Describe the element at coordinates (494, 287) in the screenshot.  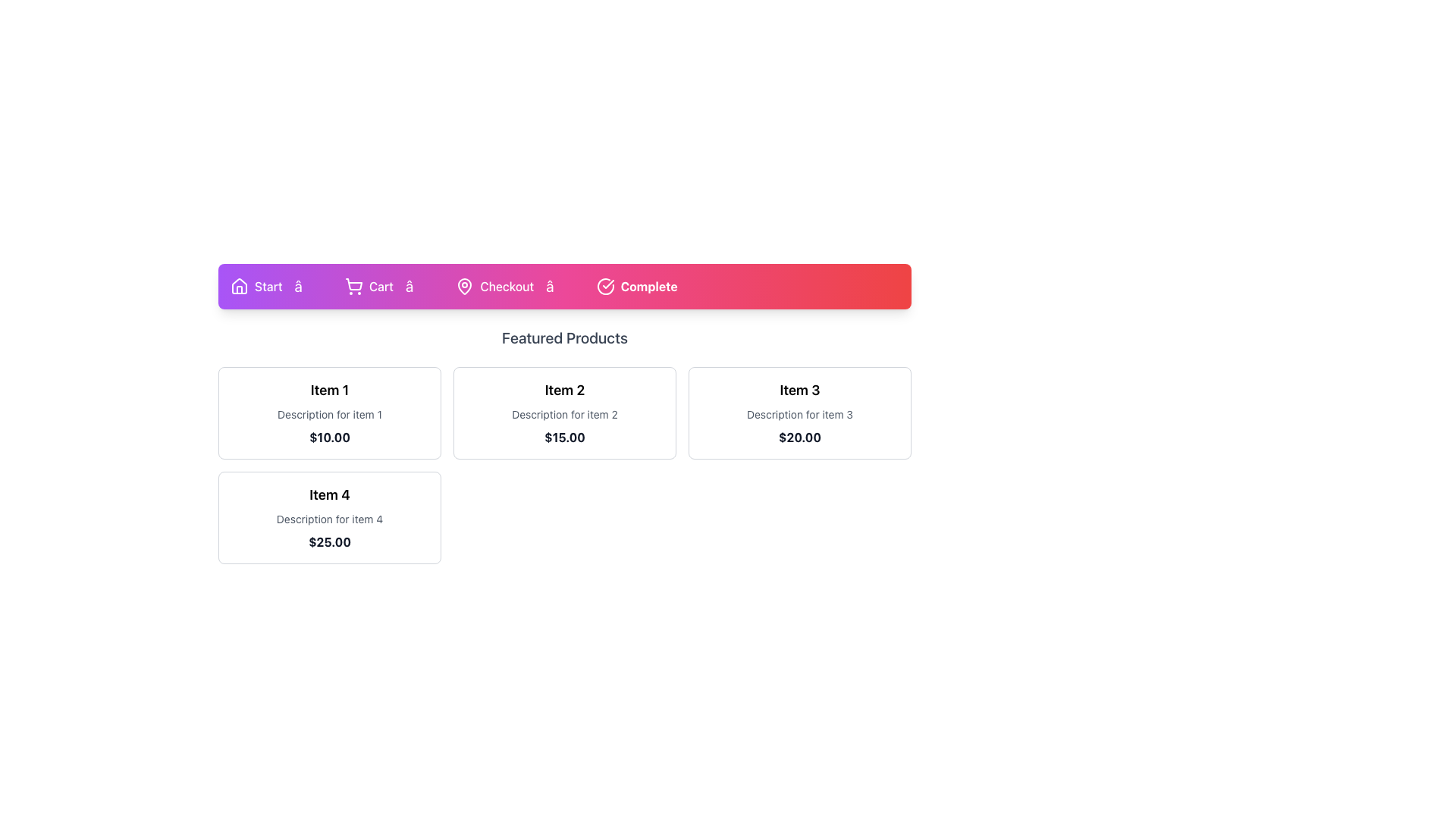
I see `the 'Checkout' navigation step, which features a bold white text label and a map pin icon on a vibrant gradient background` at that location.